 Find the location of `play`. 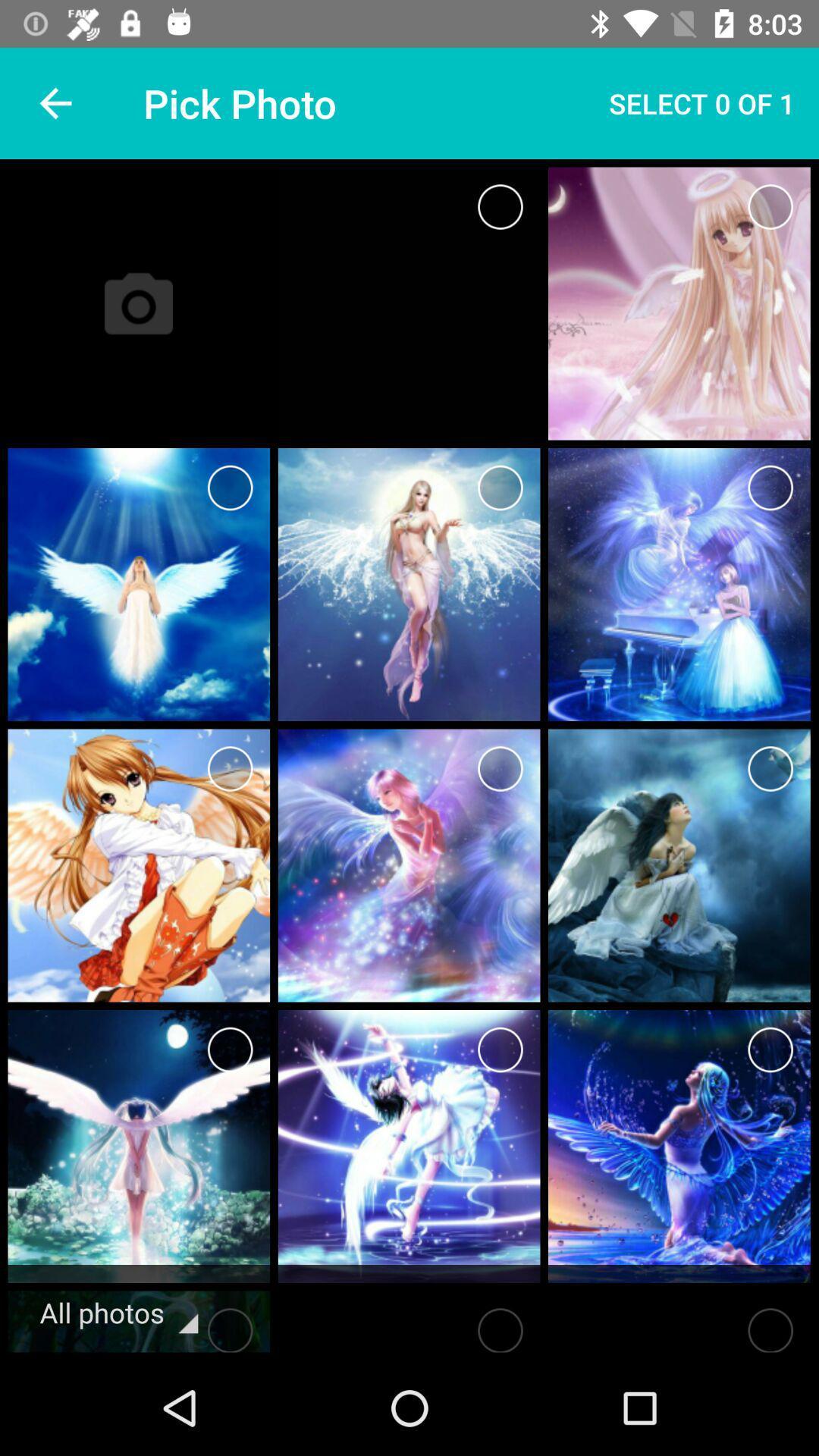

play is located at coordinates (500, 1325).